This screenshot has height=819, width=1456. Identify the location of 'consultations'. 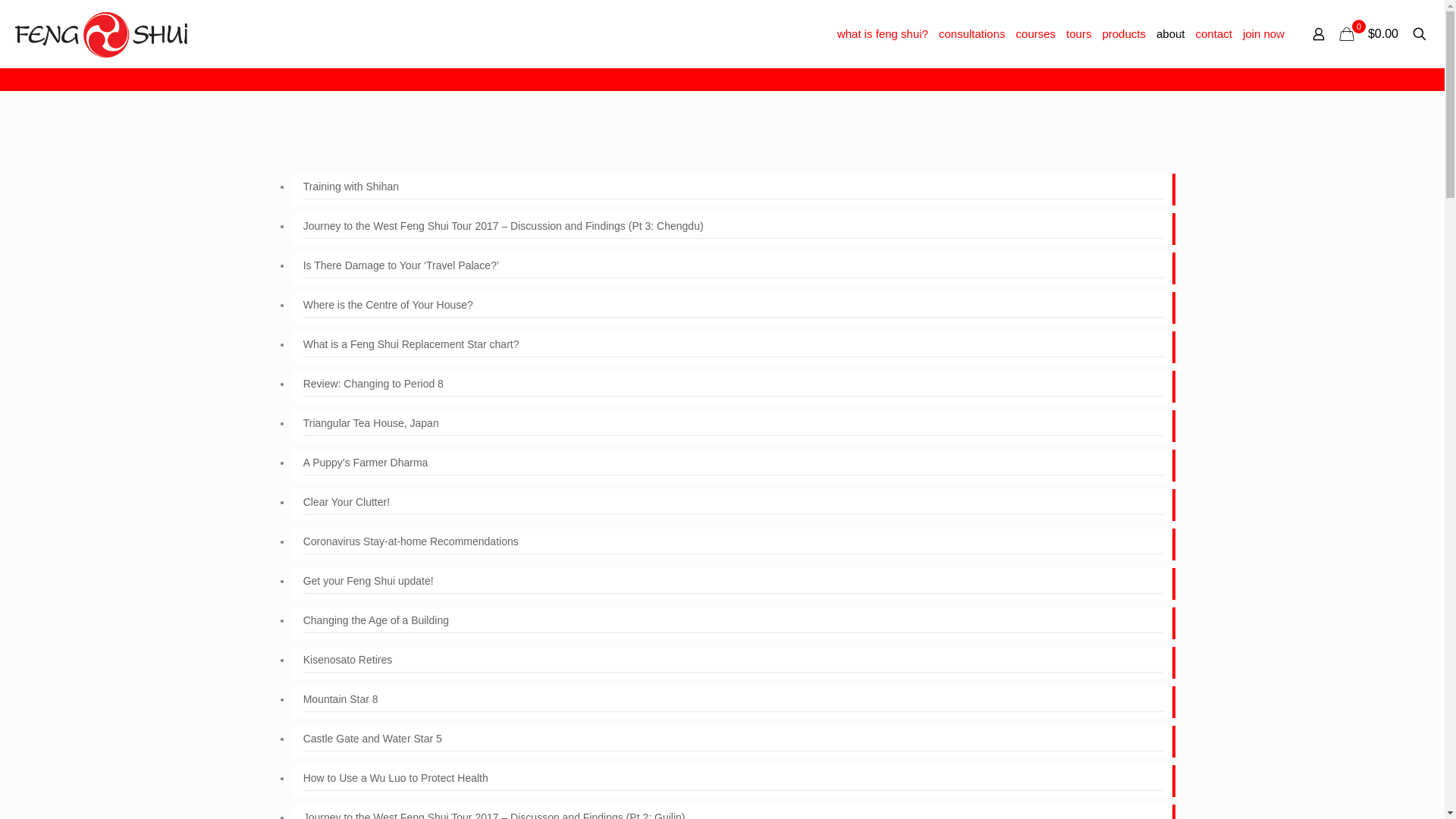
(932, 34).